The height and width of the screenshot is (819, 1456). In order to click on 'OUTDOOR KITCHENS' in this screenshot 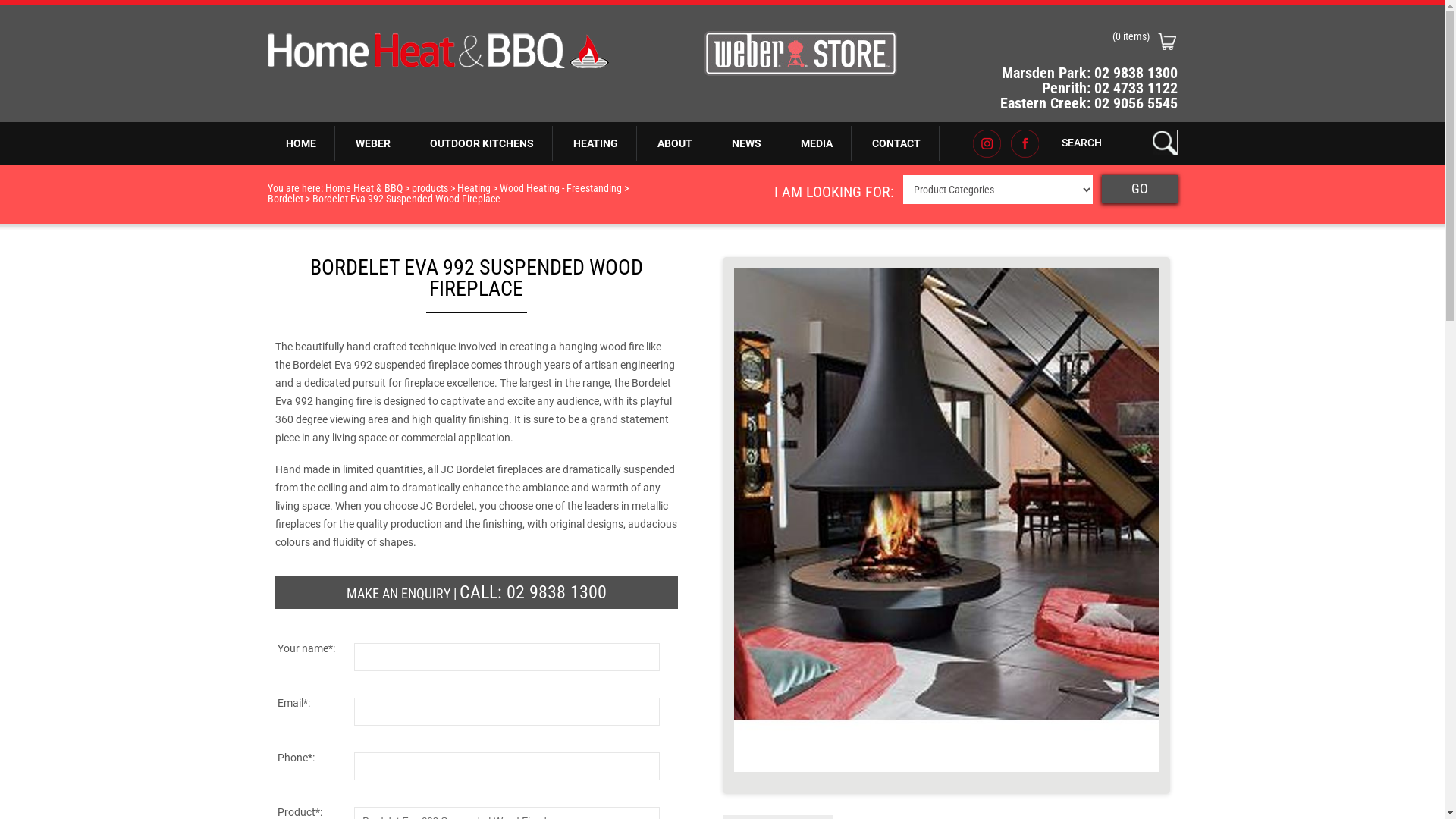, I will do `click(480, 143)`.